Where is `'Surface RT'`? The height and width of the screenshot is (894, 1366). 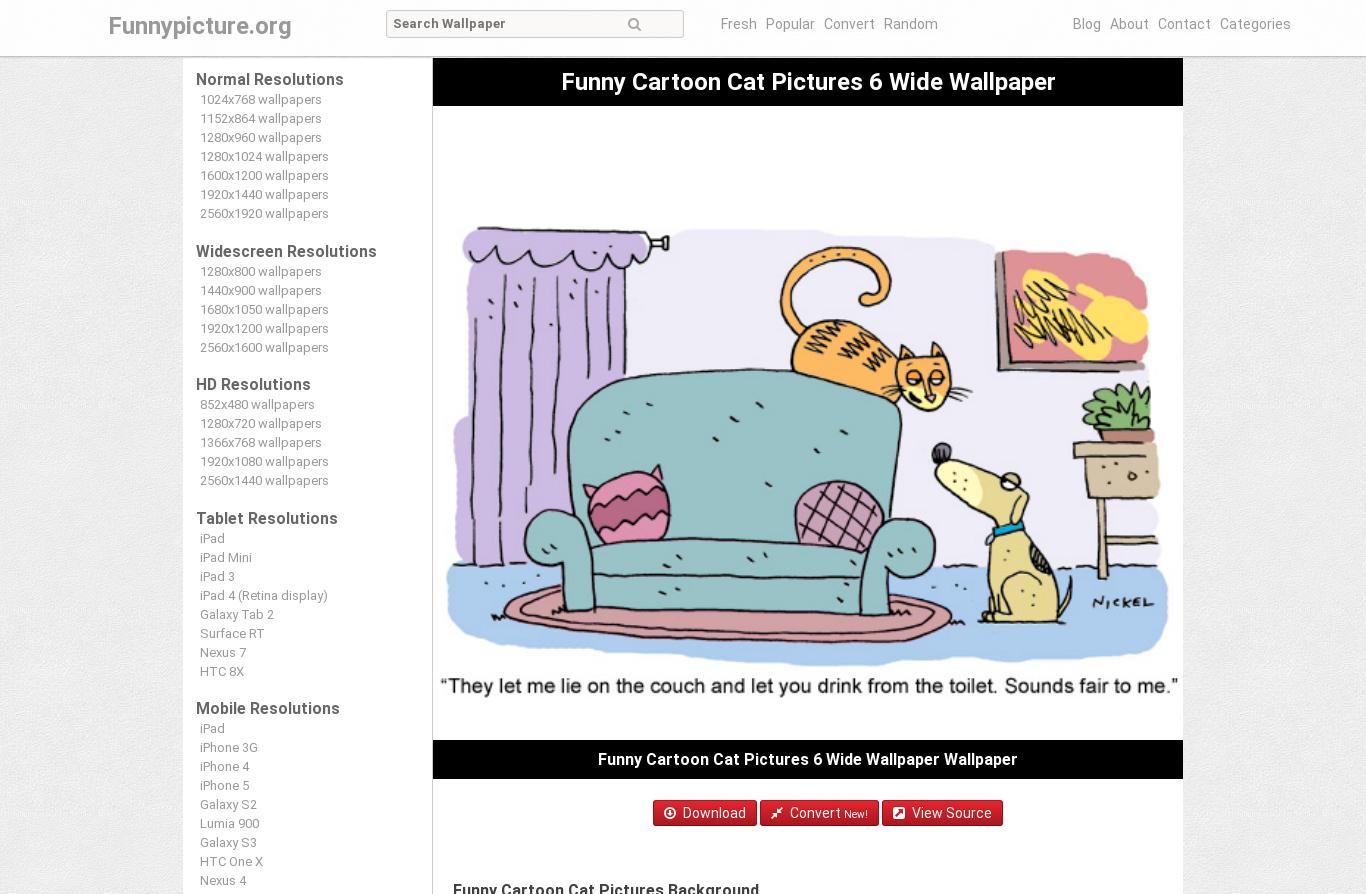
'Surface RT' is located at coordinates (232, 632).